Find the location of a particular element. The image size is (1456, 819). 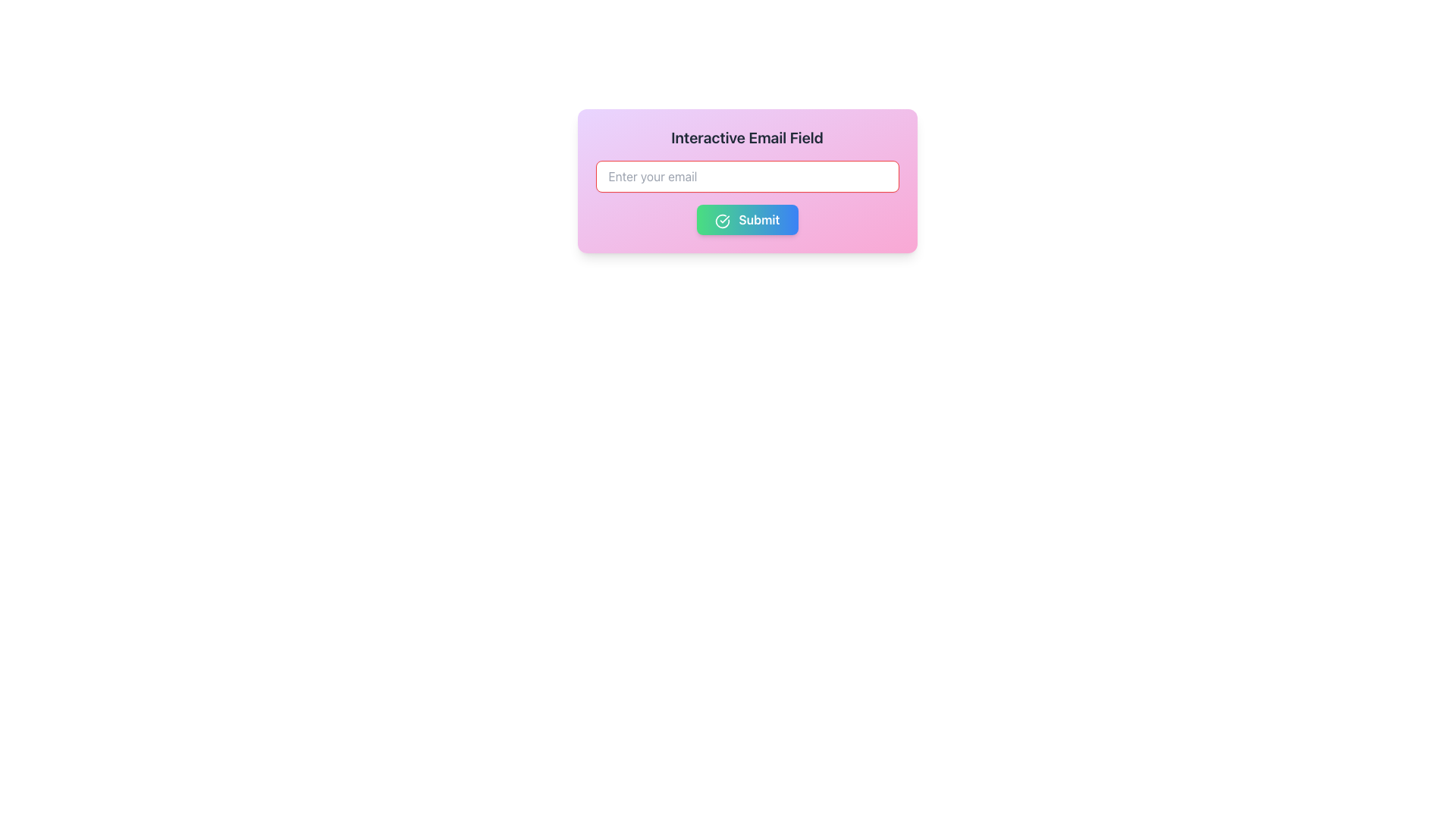

the 'Submit' button which has a gradient background from green to blue and features a white, bold 'Submit' text and a circular checkmark icon on the left is located at coordinates (747, 219).